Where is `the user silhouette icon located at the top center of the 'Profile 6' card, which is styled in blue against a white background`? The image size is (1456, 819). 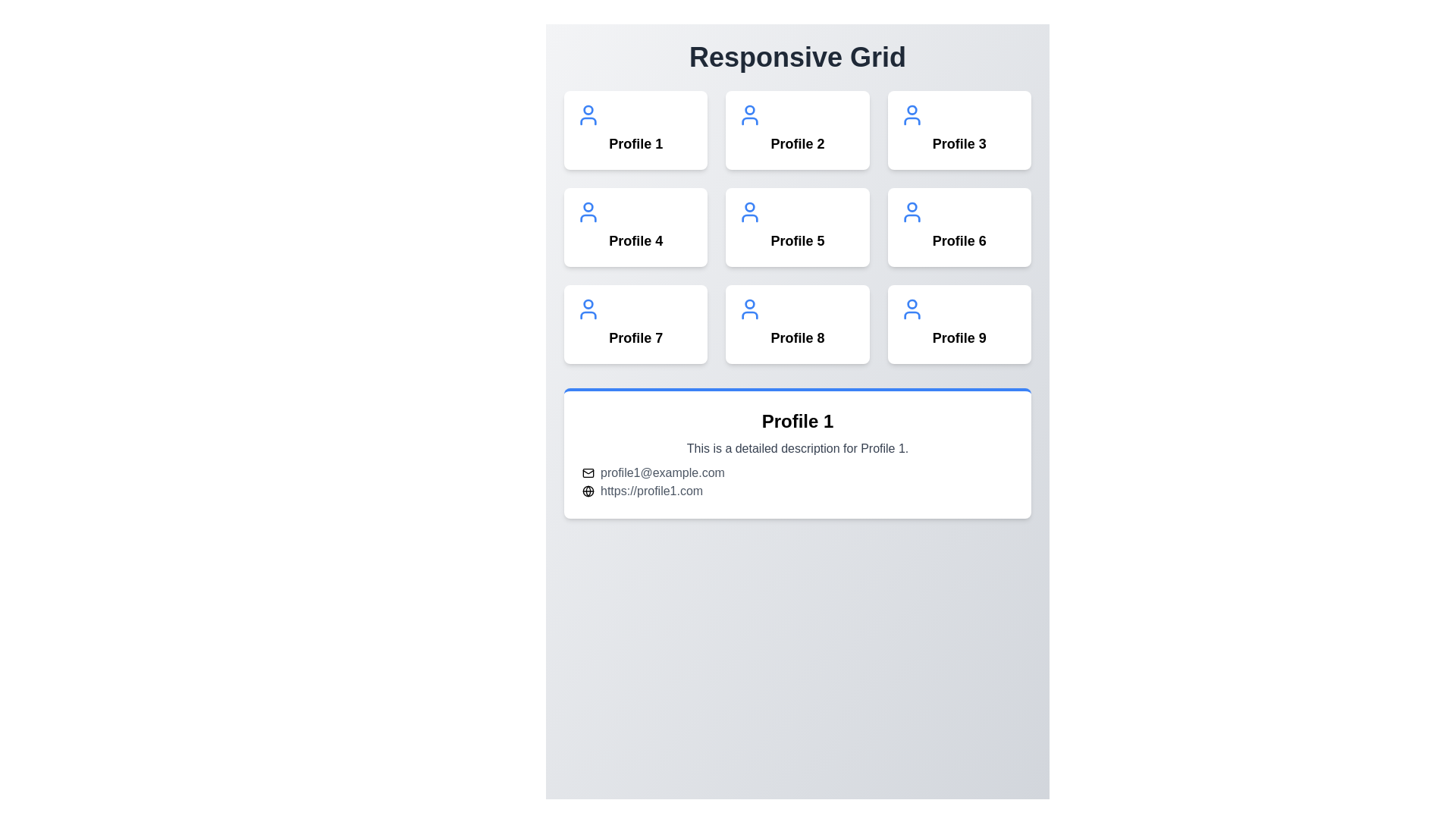
the user silhouette icon located at the top center of the 'Profile 6' card, which is styled in blue against a white background is located at coordinates (911, 212).